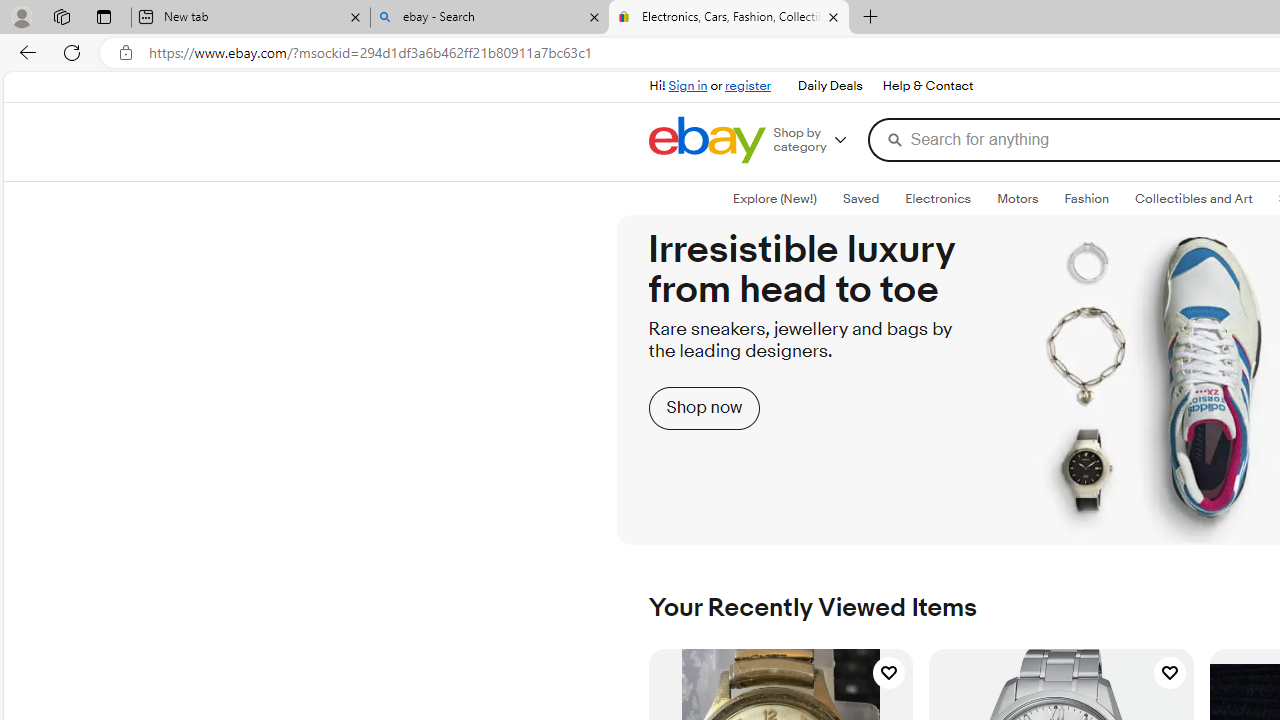 Image resolution: width=1280 pixels, height=720 pixels. Describe the element at coordinates (1085, 199) in the screenshot. I see `'Fashion'` at that location.